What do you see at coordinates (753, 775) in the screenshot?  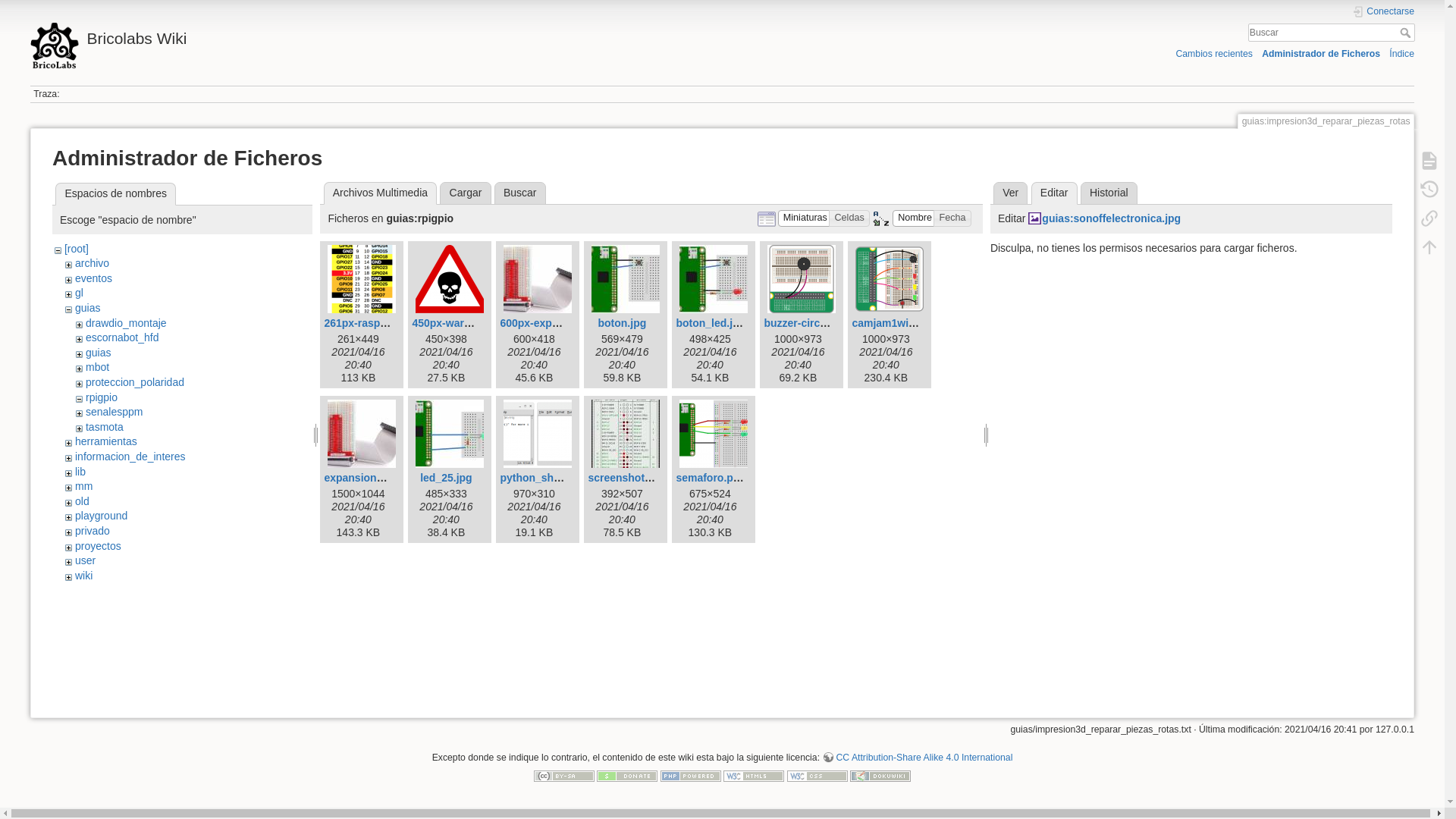 I see `'Valid HTML5'` at bounding box center [753, 775].